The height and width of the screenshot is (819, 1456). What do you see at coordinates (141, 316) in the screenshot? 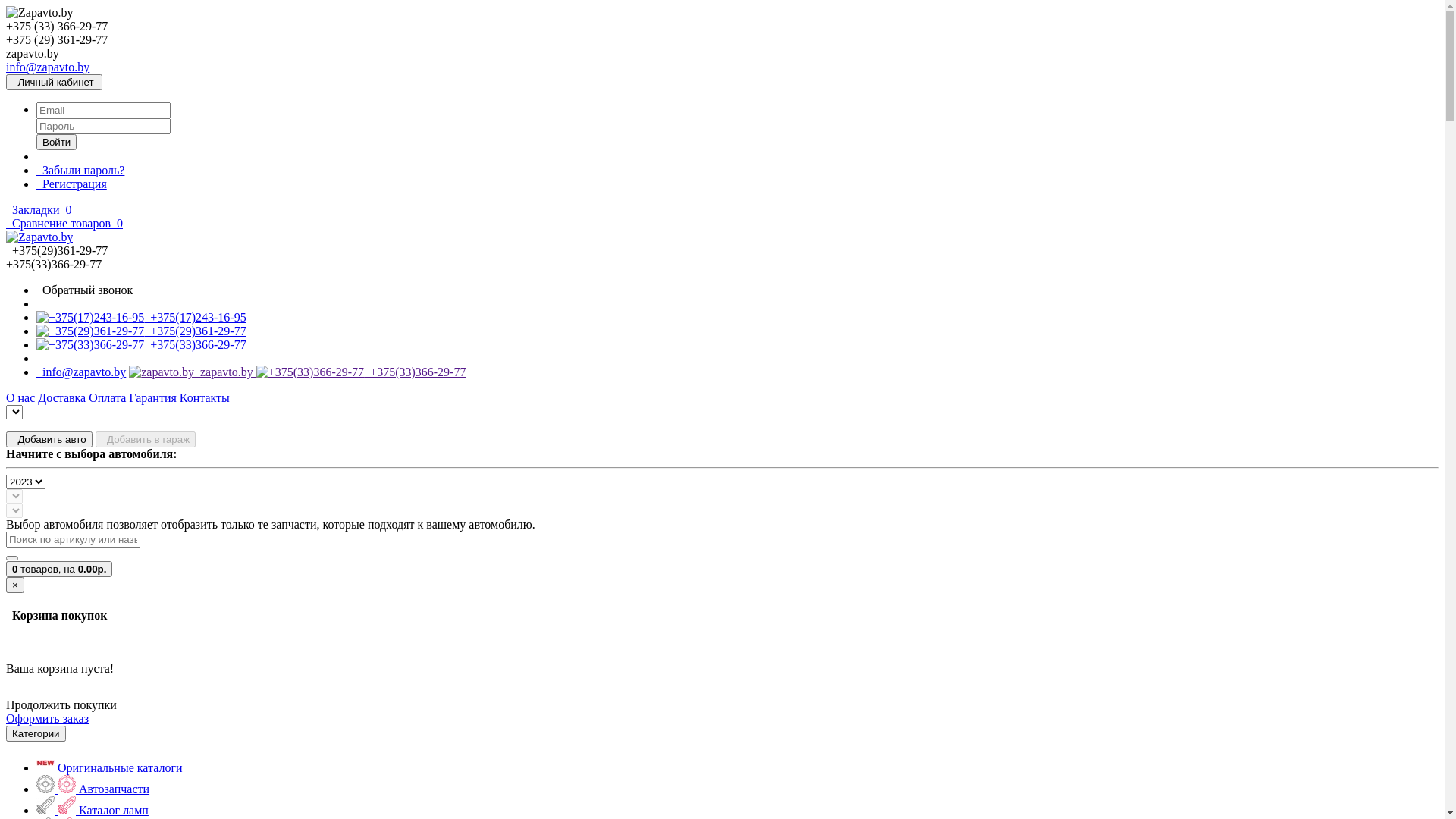
I see `'  +375(17)243-16-95'` at bounding box center [141, 316].